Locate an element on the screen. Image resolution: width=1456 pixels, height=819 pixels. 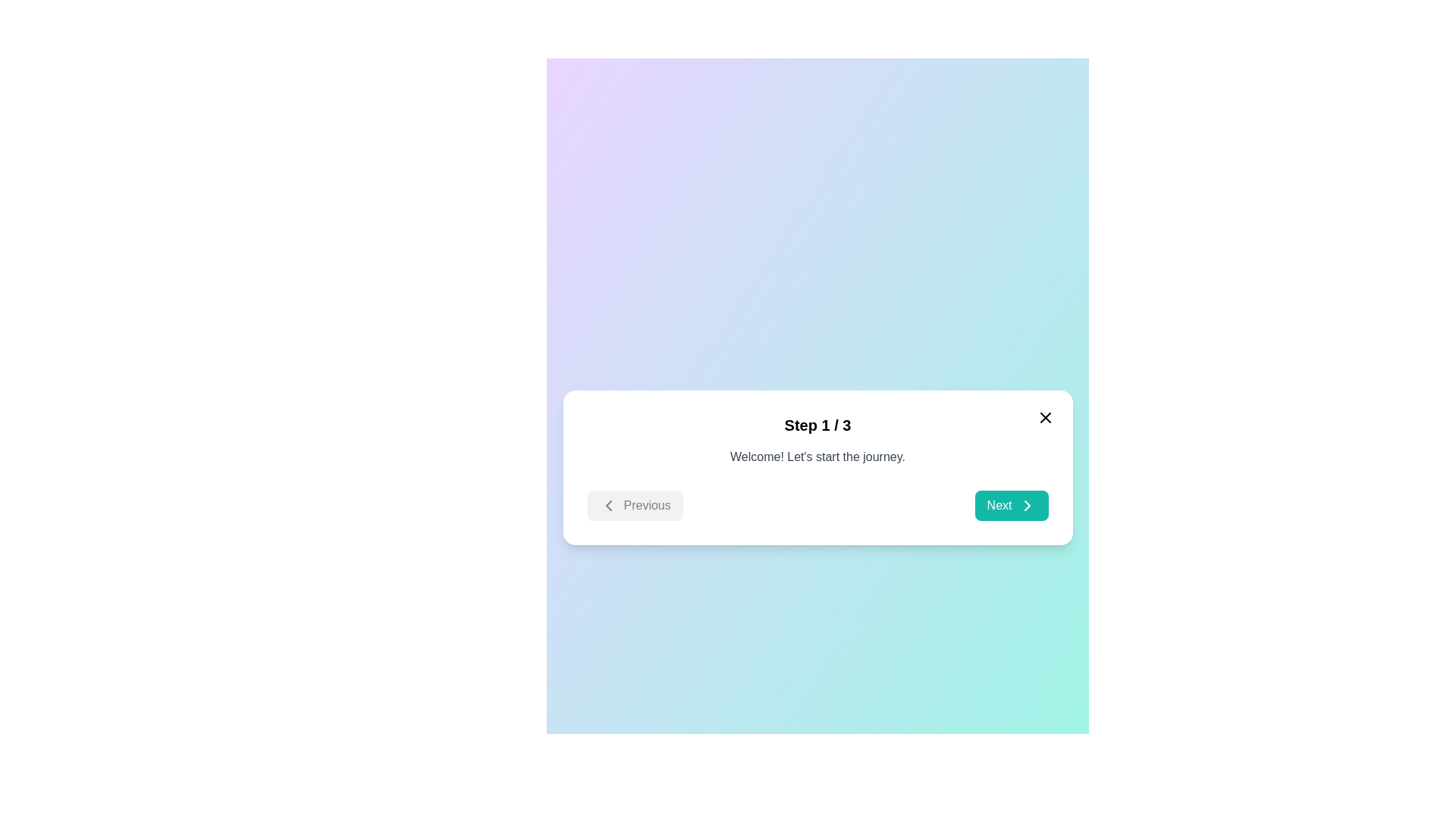
'X' button to close the dialog is located at coordinates (1044, 418).